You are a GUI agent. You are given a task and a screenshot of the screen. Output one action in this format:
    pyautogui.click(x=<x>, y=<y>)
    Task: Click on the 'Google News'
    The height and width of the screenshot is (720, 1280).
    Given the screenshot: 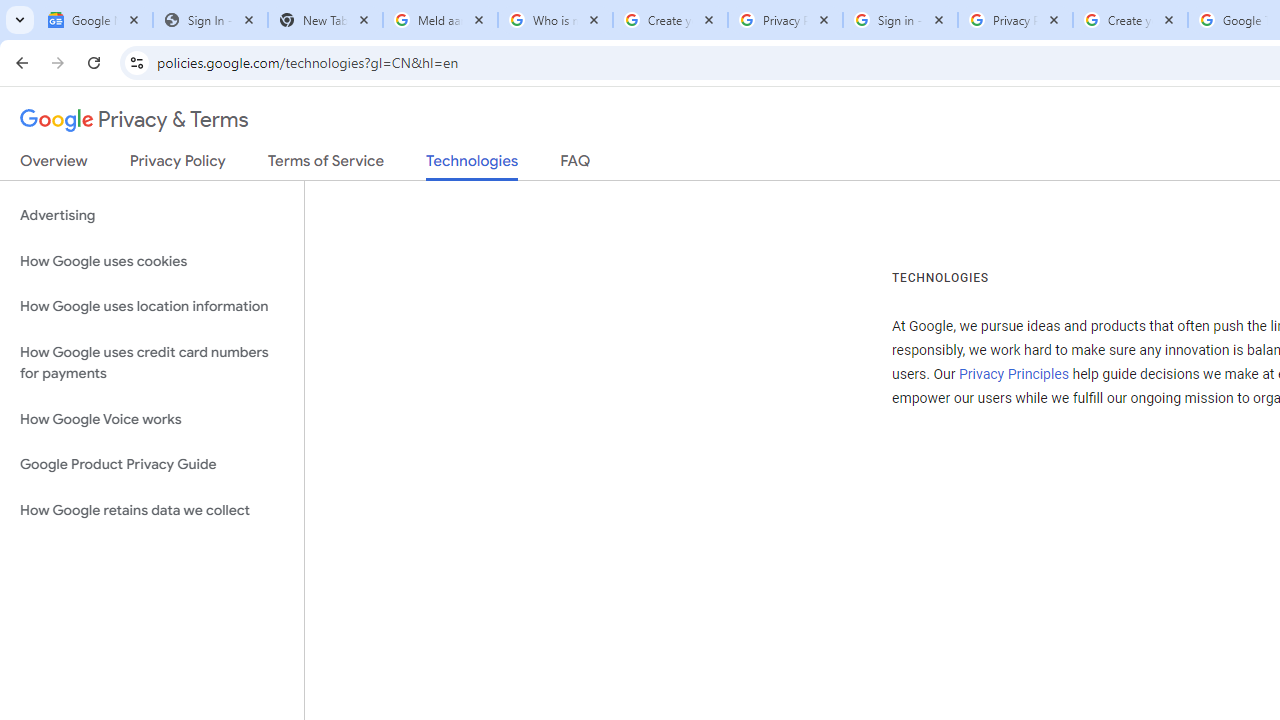 What is the action you would take?
    pyautogui.click(x=94, y=20)
    